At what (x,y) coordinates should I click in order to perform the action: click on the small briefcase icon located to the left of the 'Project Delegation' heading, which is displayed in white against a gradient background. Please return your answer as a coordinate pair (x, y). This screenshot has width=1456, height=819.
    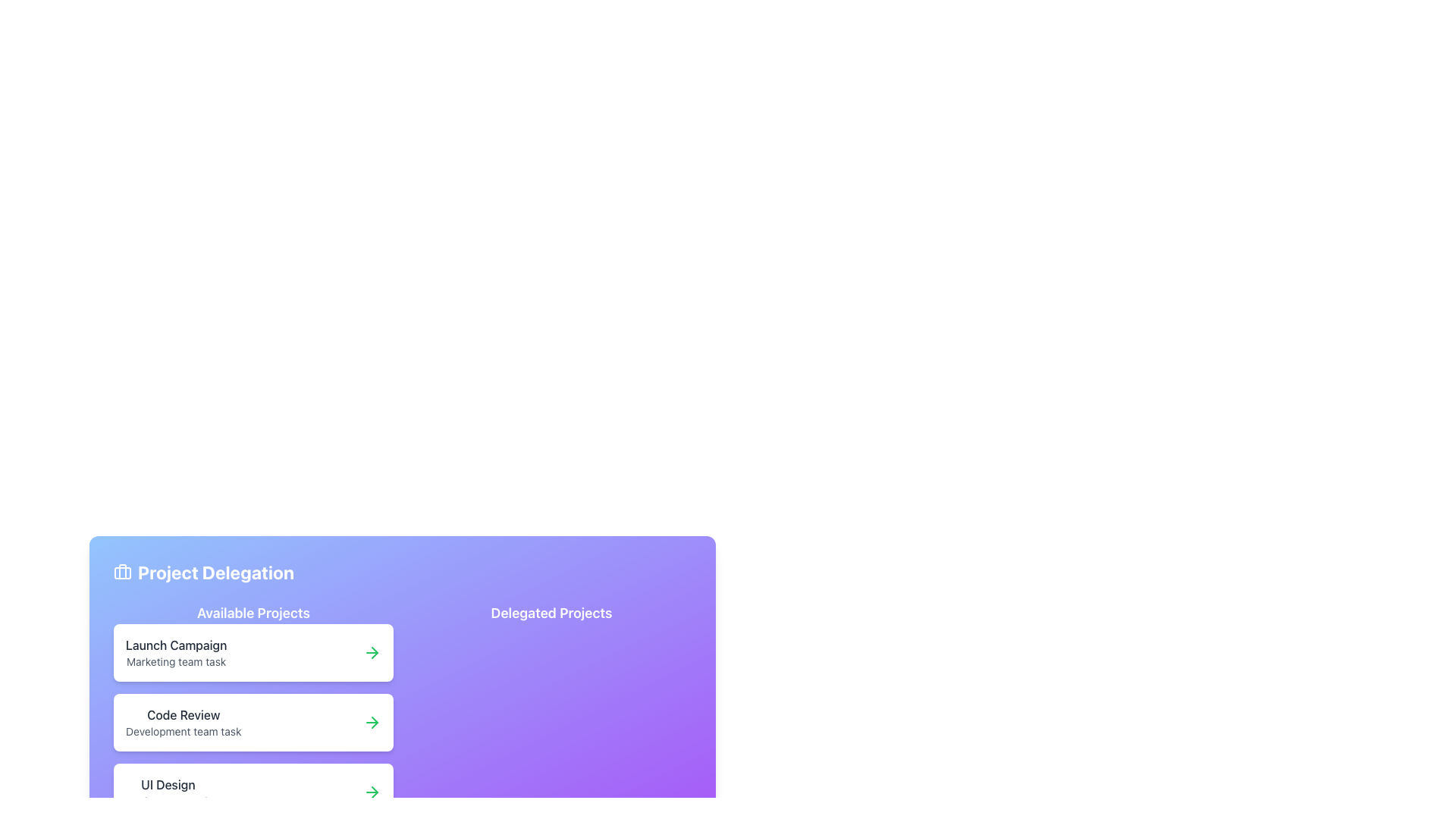
    Looking at the image, I should click on (123, 573).